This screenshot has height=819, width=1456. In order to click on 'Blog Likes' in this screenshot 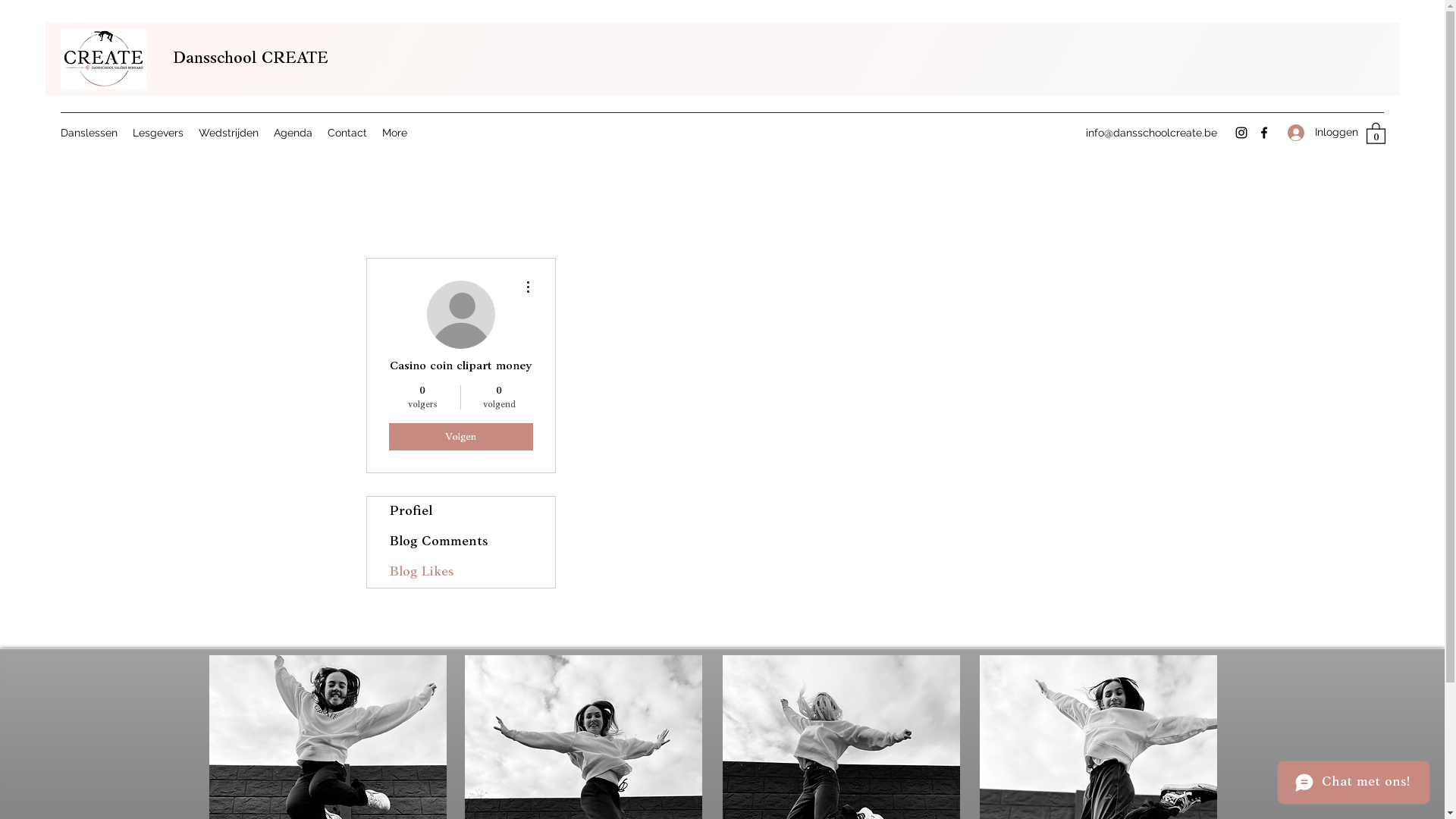, I will do `click(460, 573)`.